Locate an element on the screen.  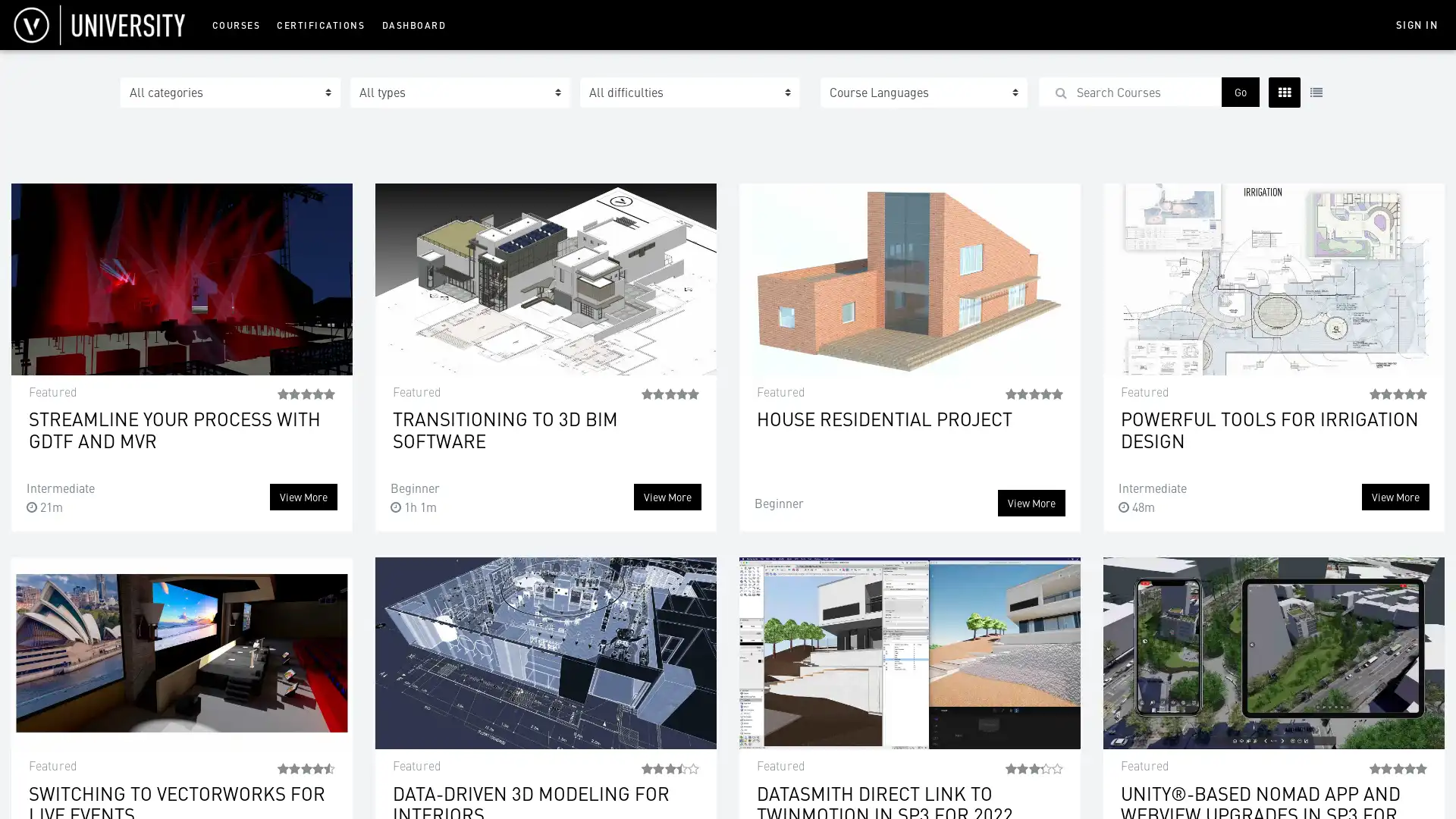
View More is located at coordinates (1395, 497).